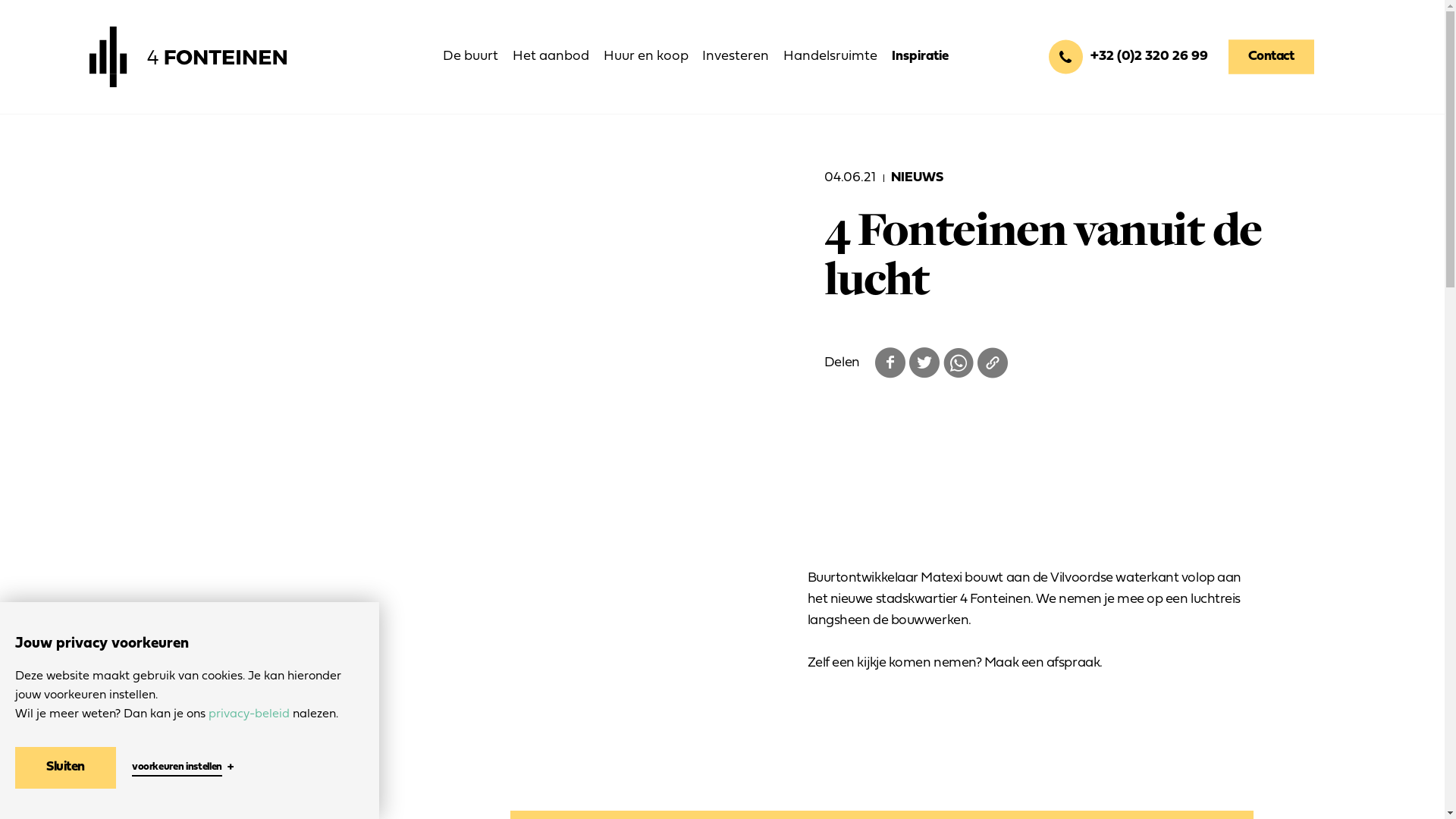 Image resolution: width=1456 pixels, height=819 pixels. Describe the element at coordinates (919, 55) in the screenshot. I see `'Inspiratie'` at that location.